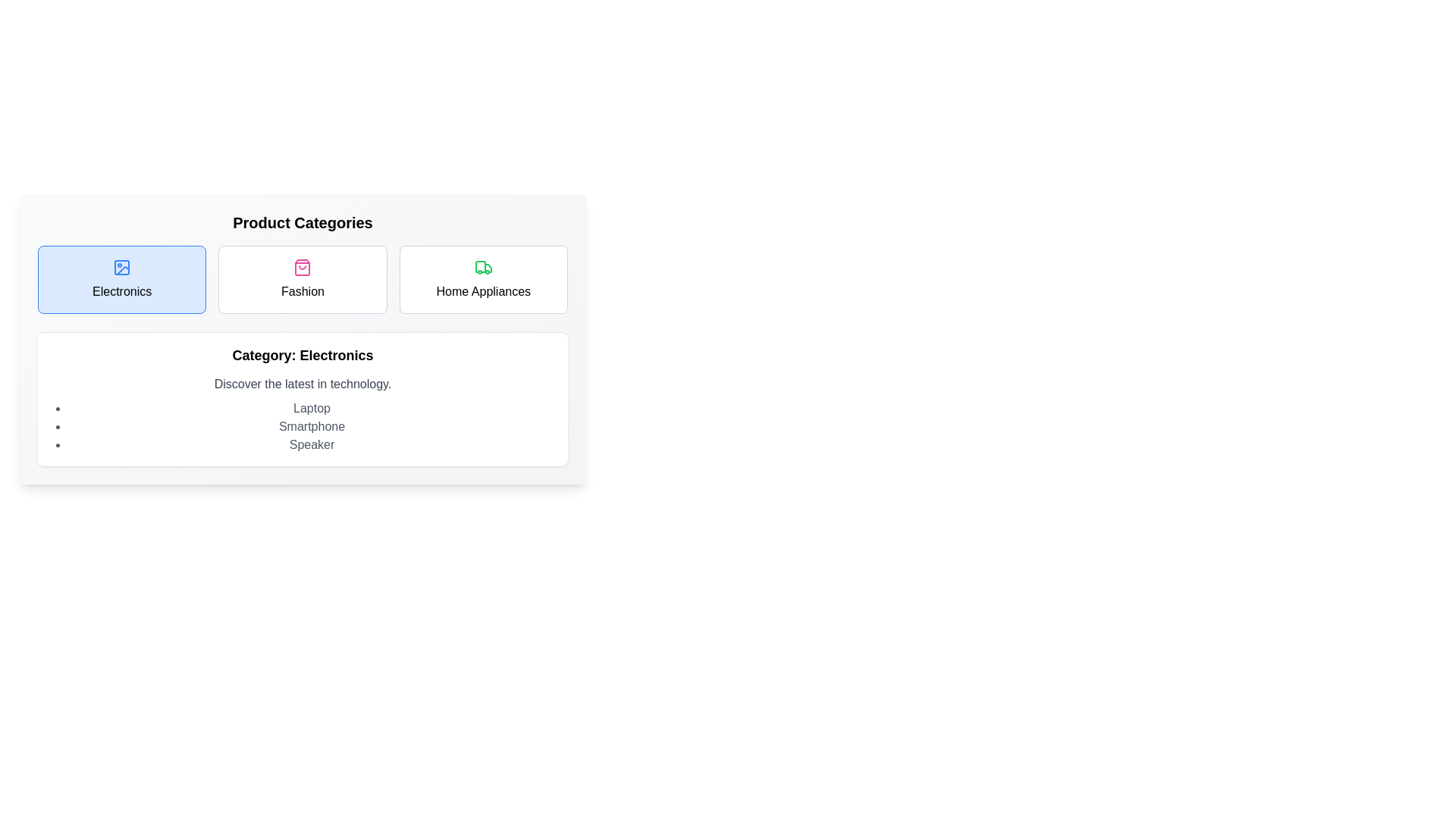 The image size is (1456, 819). I want to click on the 'Fashion' category button located in the middle section of the product categories grid, flanked by the 'Electronics' button on the left and the 'Home Appliances' button on the right, so click(303, 280).